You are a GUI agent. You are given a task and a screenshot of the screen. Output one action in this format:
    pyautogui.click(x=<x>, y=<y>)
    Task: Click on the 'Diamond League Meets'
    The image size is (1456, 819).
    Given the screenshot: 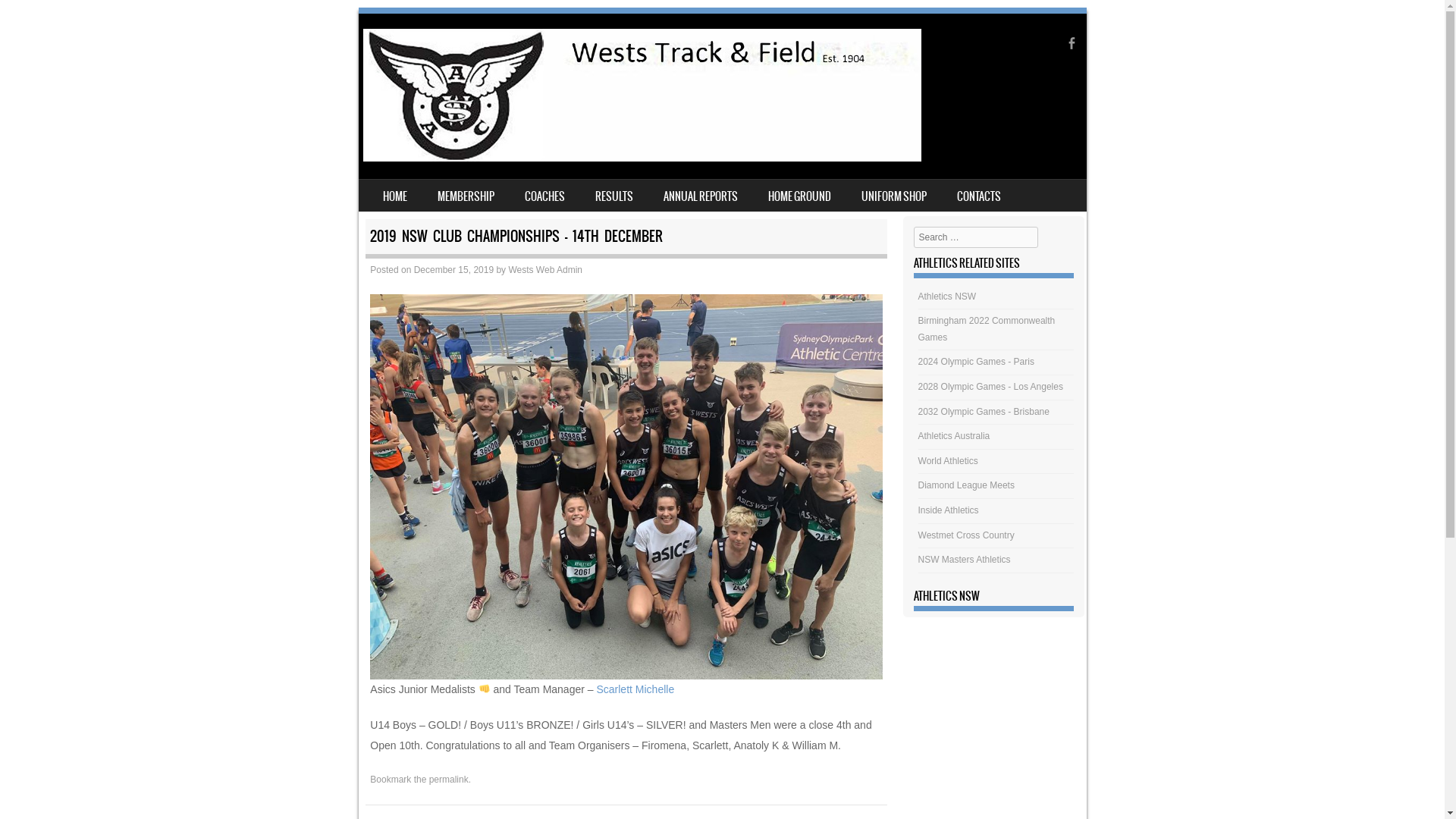 What is the action you would take?
    pyautogui.click(x=965, y=485)
    